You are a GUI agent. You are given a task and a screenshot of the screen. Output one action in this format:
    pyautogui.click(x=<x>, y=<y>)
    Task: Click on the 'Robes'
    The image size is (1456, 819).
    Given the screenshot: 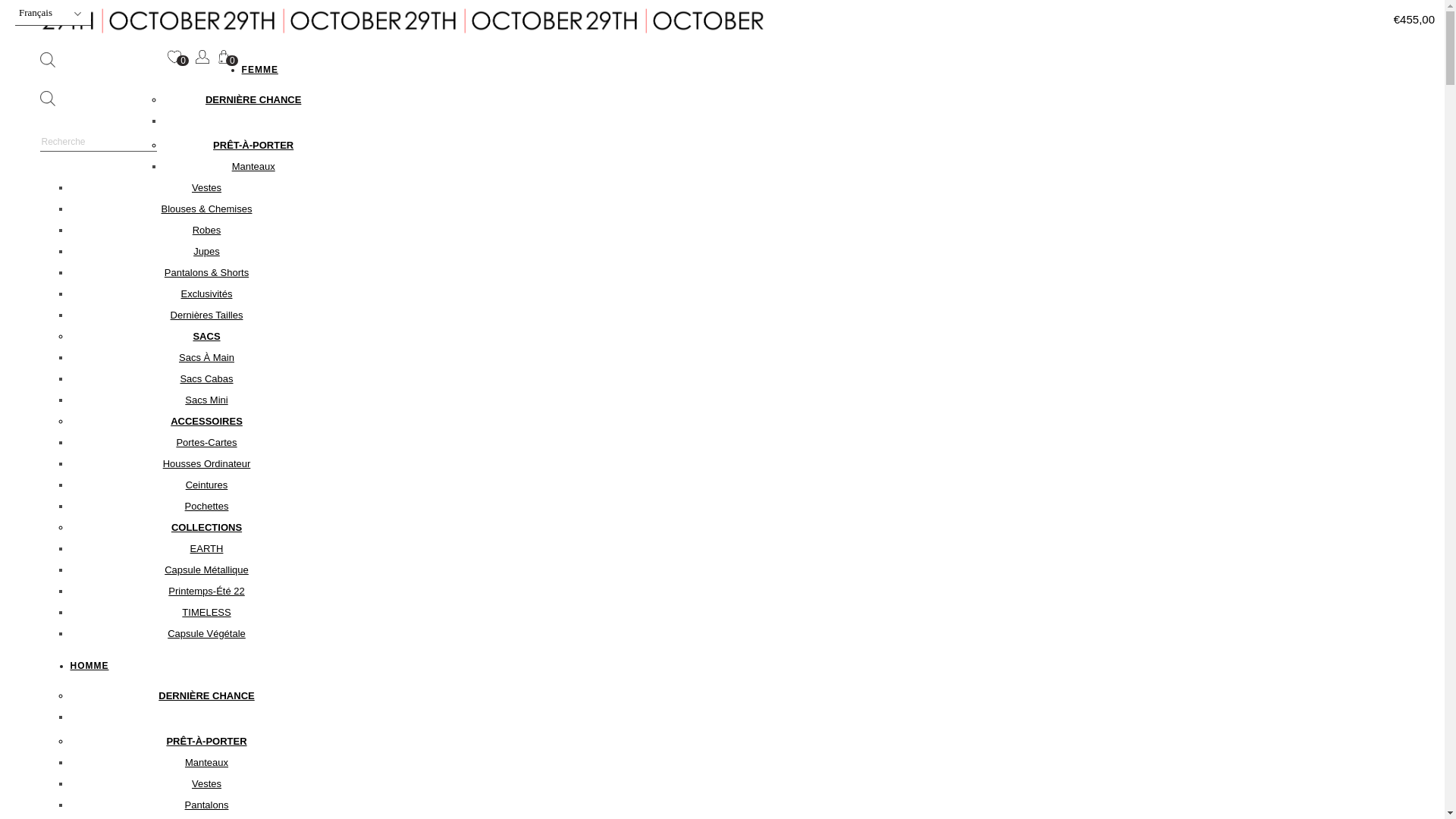 What is the action you would take?
    pyautogui.click(x=206, y=230)
    